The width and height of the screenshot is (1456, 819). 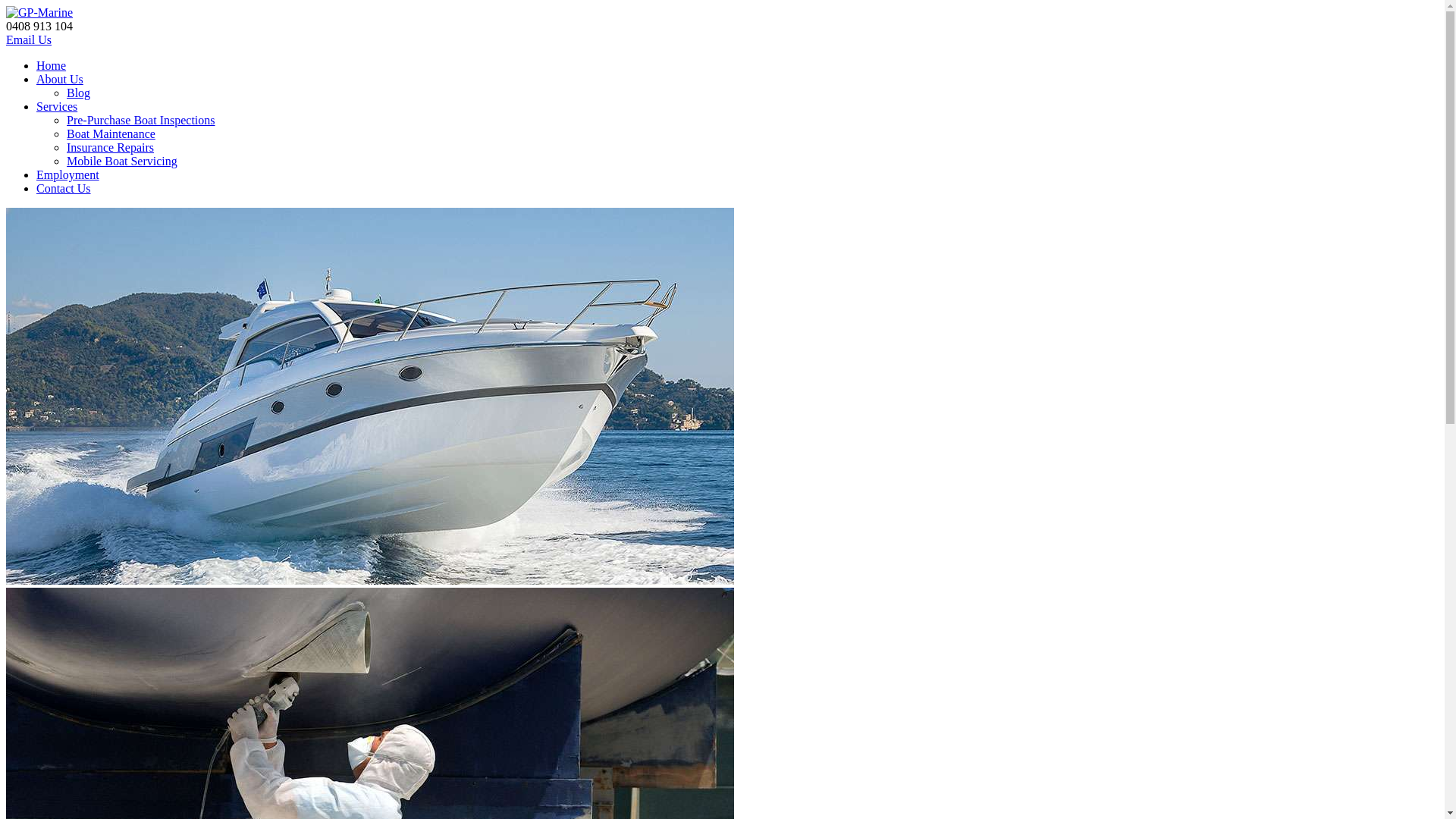 What do you see at coordinates (51, 64) in the screenshot?
I see `'Home'` at bounding box center [51, 64].